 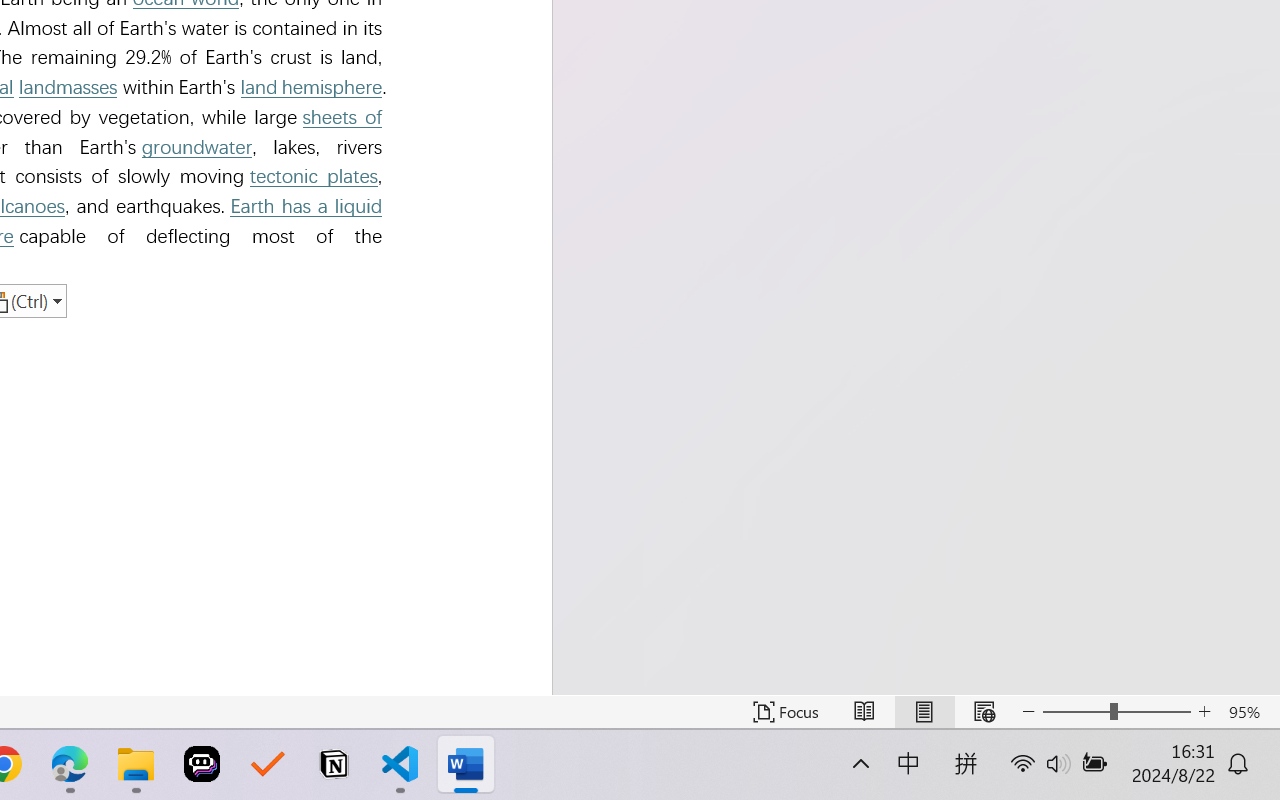 What do you see at coordinates (310, 87) in the screenshot?
I see `'land hemisphere'` at bounding box center [310, 87].